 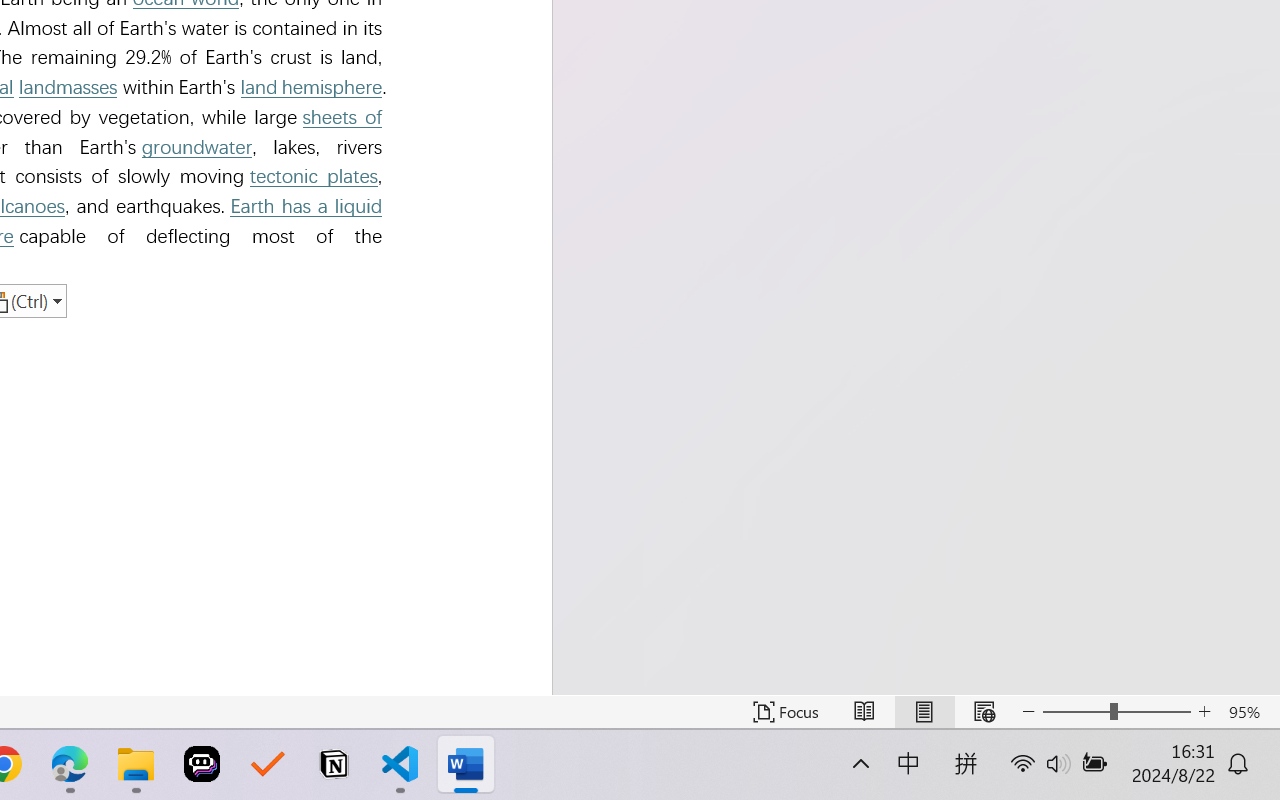 What do you see at coordinates (310, 87) in the screenshot?
I see `'land hemisphere'` at bounding box center [310, 87].